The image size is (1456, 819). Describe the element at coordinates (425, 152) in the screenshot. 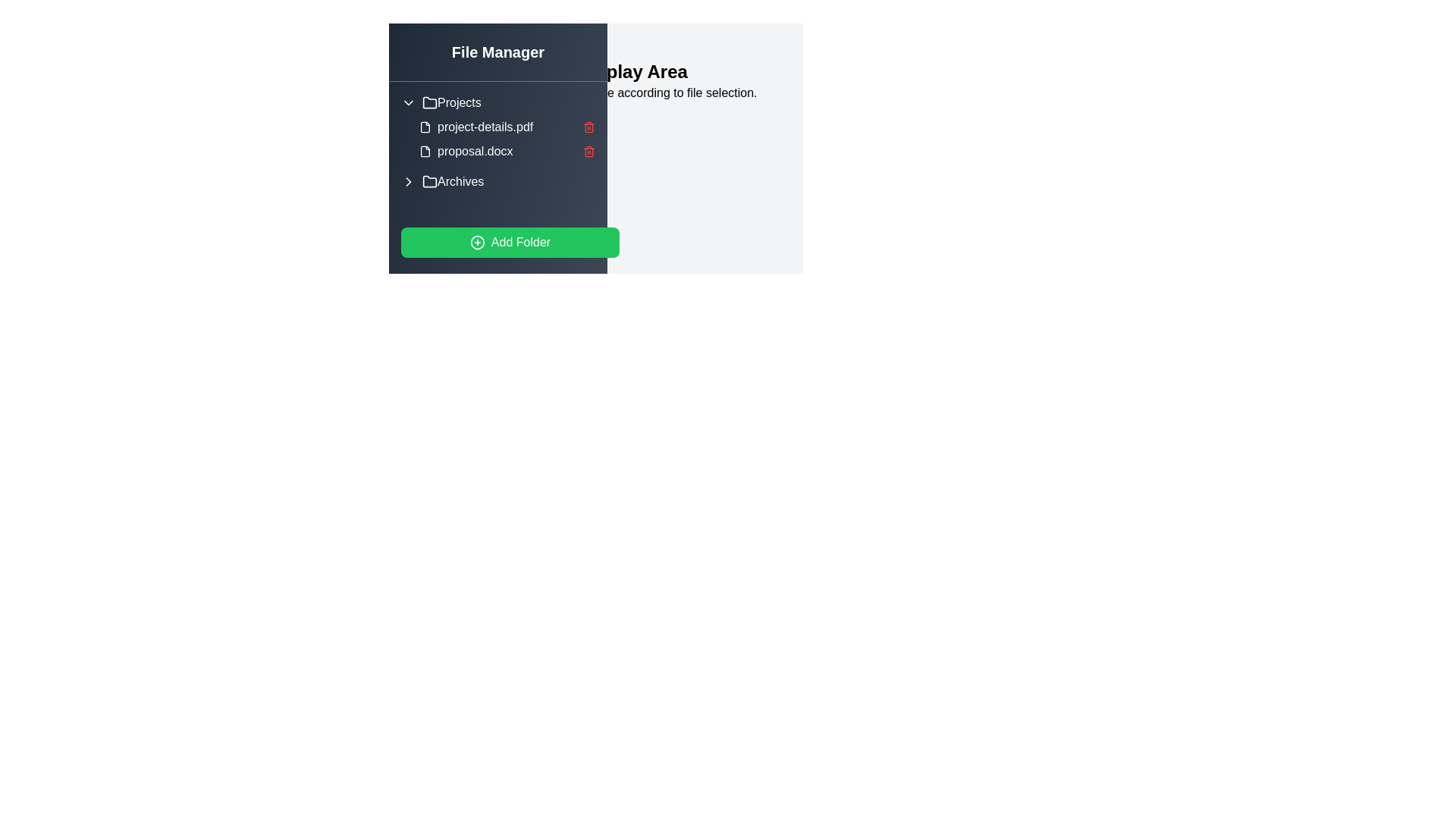

I see `the small document icon with a paper sheet representation located to the left of the text 'proposal.docx' in the 'Projects' section of the file manager interface` at that location.